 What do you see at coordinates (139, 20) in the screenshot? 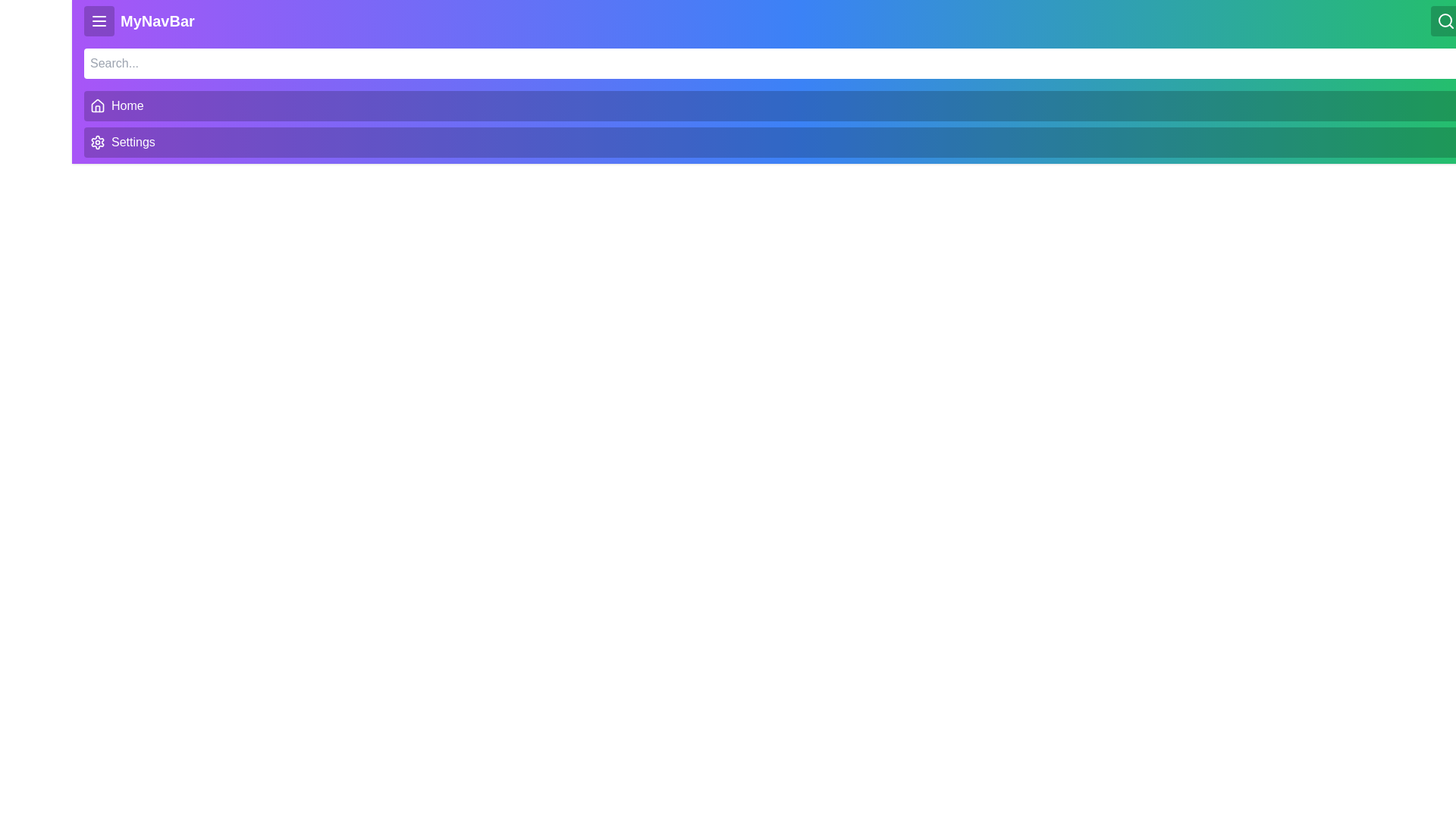
I see `the text label at the top-left corner of the application interface` at bounding box center [139, 20].